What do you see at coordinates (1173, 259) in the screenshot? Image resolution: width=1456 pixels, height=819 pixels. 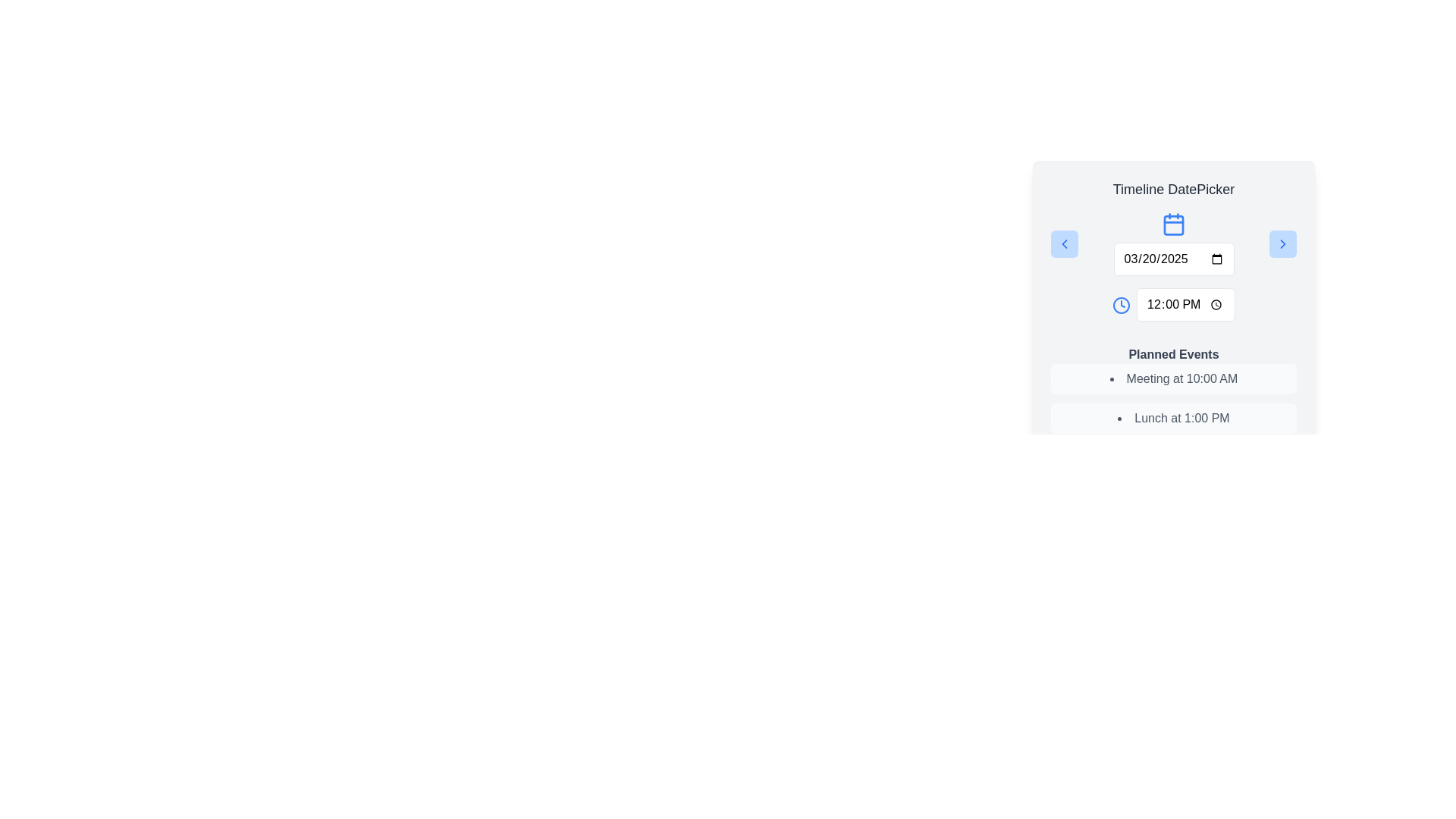 I see `the rectangular date input field that has a placeholder value of '03/20/2025'` at bounding box center [1173, 259].